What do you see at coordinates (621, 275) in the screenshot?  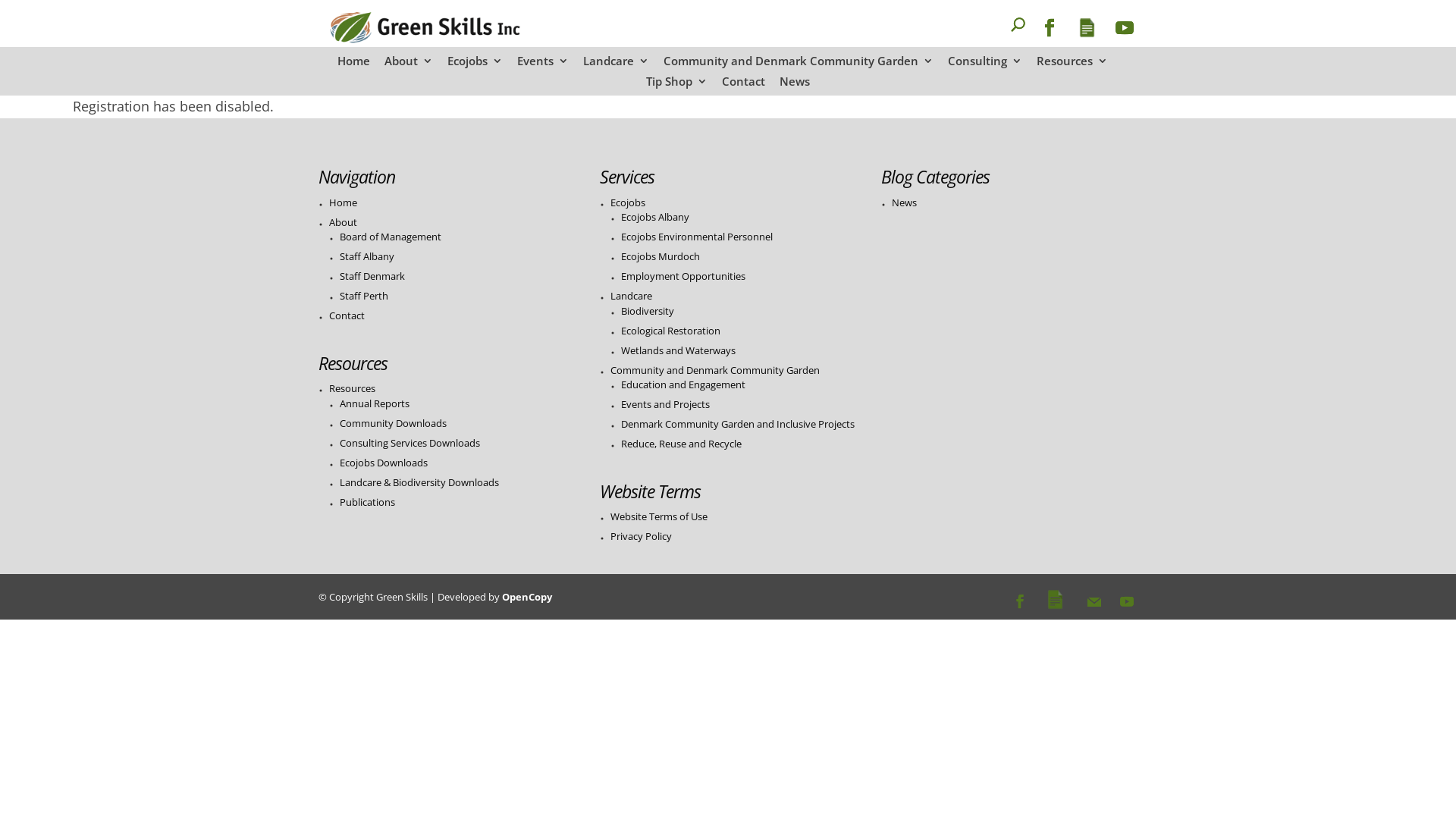 I see `'Employment Opportunities'` at bounding box center [621, 275].